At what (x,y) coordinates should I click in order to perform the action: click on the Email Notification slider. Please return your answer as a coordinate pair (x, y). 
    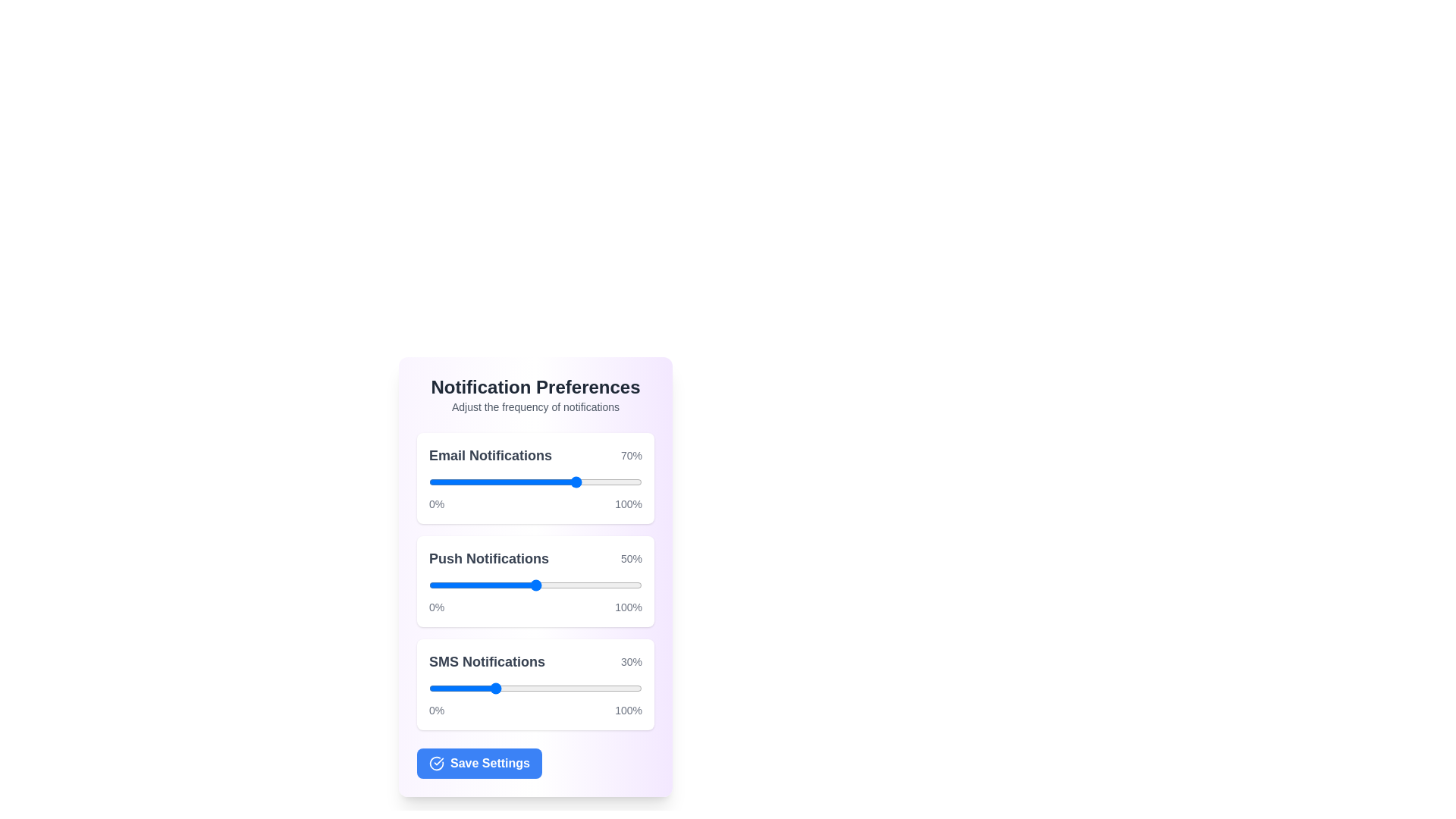
    Looking at the image, I should click on (564, 482).